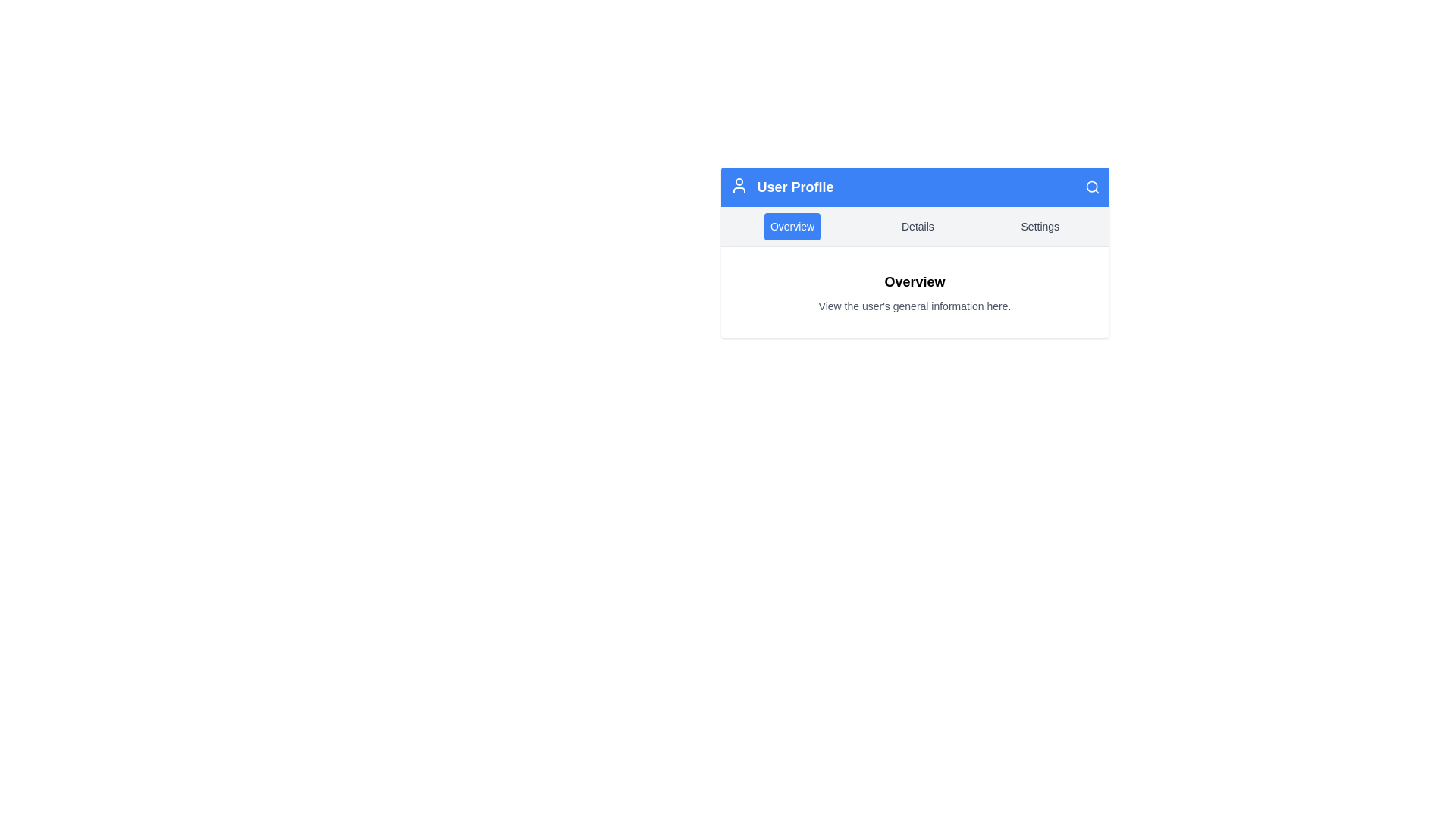  I want to click on the search icon button located in the top-right corner of the 'User Profile' header section, so click(1092, 186).